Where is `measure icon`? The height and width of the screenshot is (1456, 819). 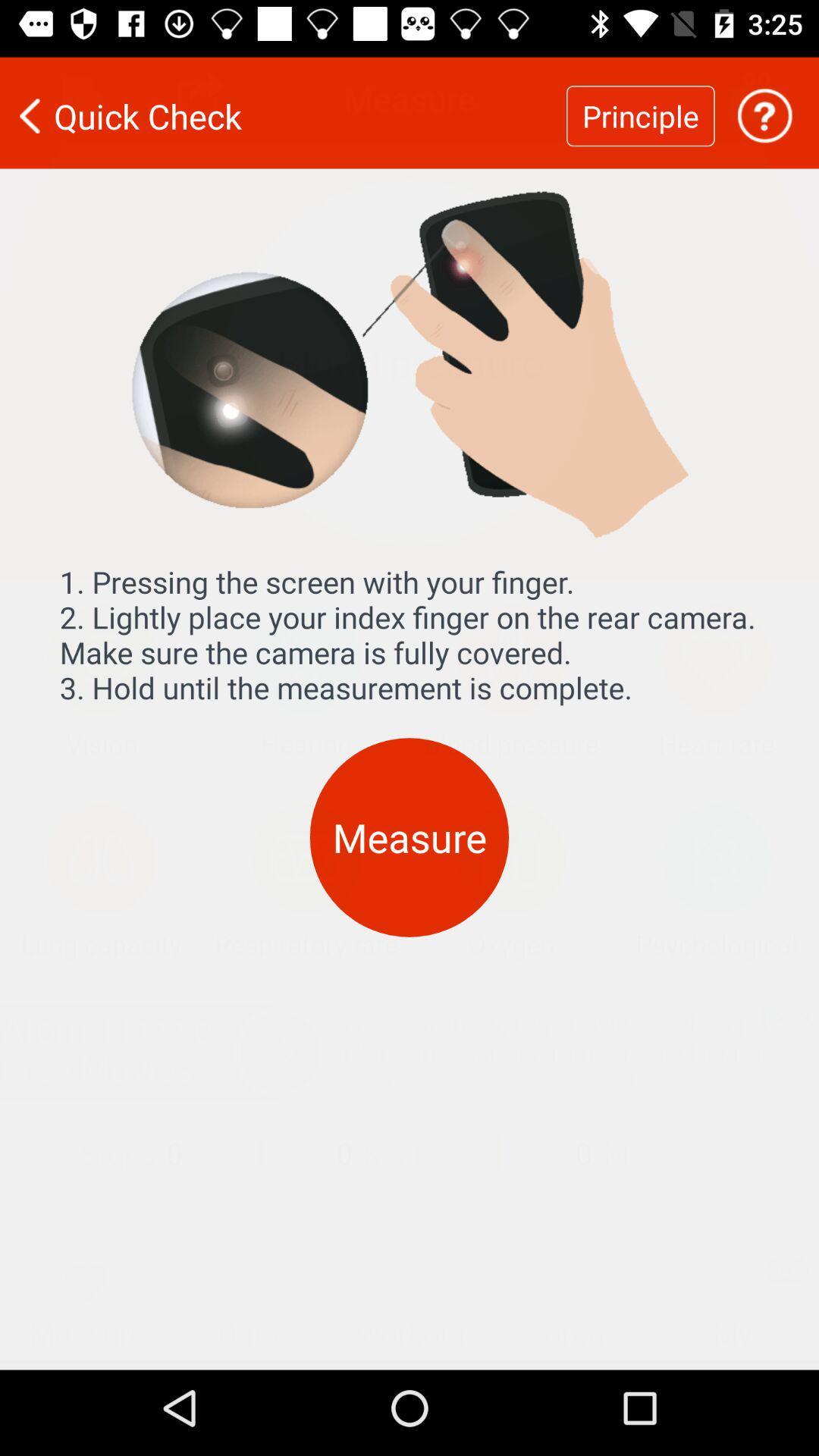 measure icon is located at coordinates (409, 827).